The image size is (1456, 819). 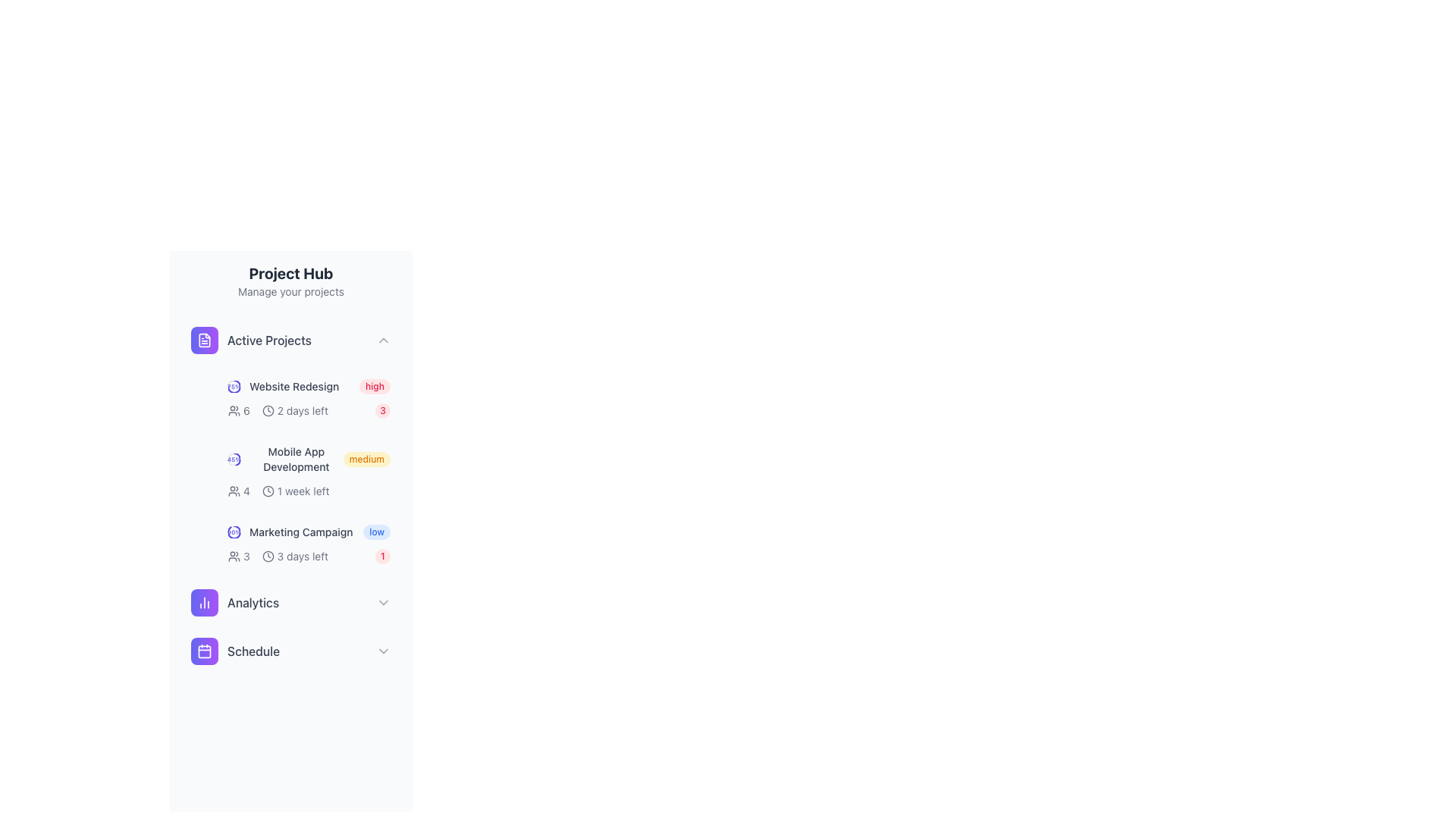 I want to click on the central rectangle of the calendar icon located under the 'Schedule' text label in the vertical navigation menu, so click(x=203, y=651).